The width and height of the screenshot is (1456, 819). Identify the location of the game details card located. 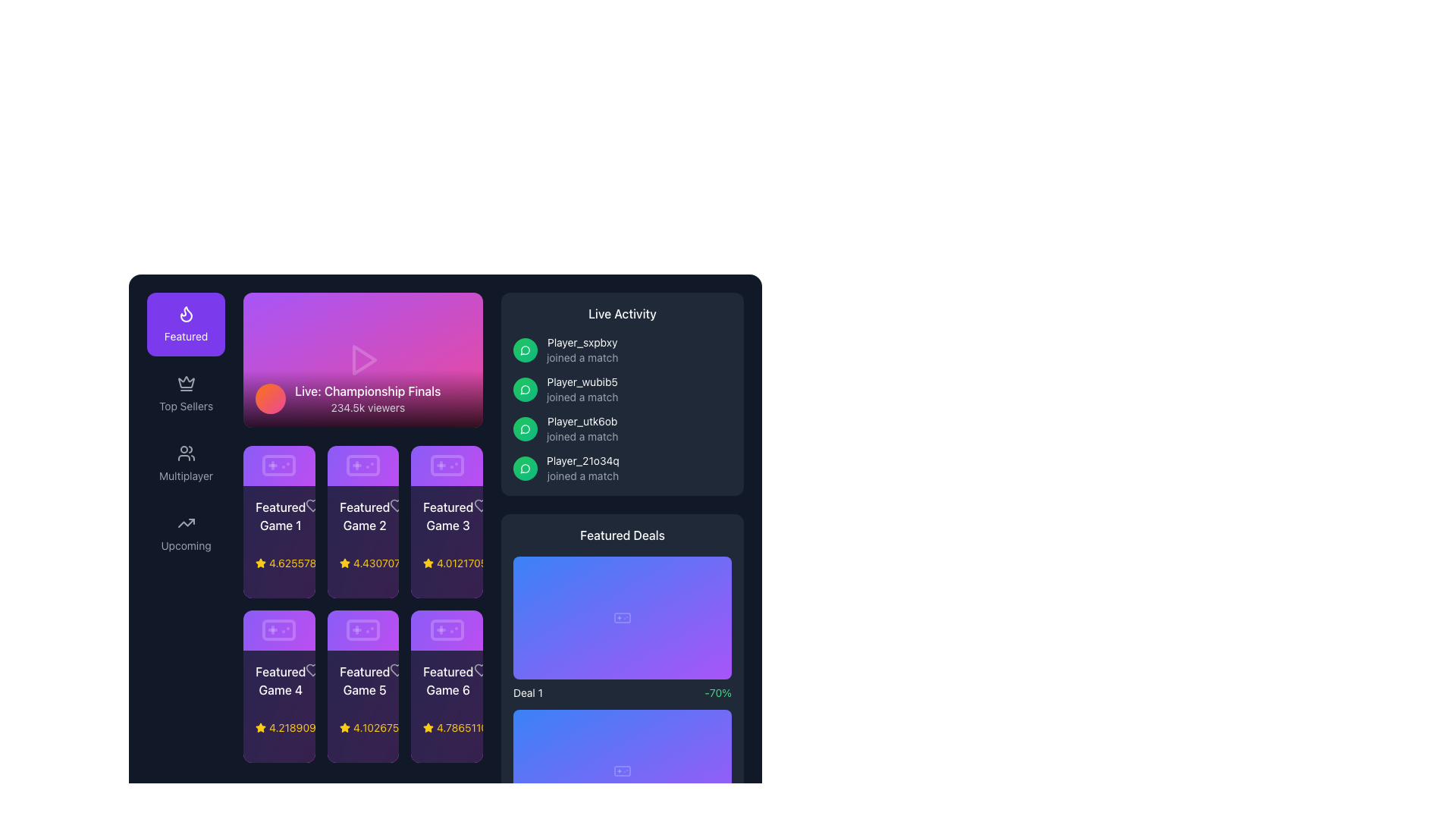
(446, 541).